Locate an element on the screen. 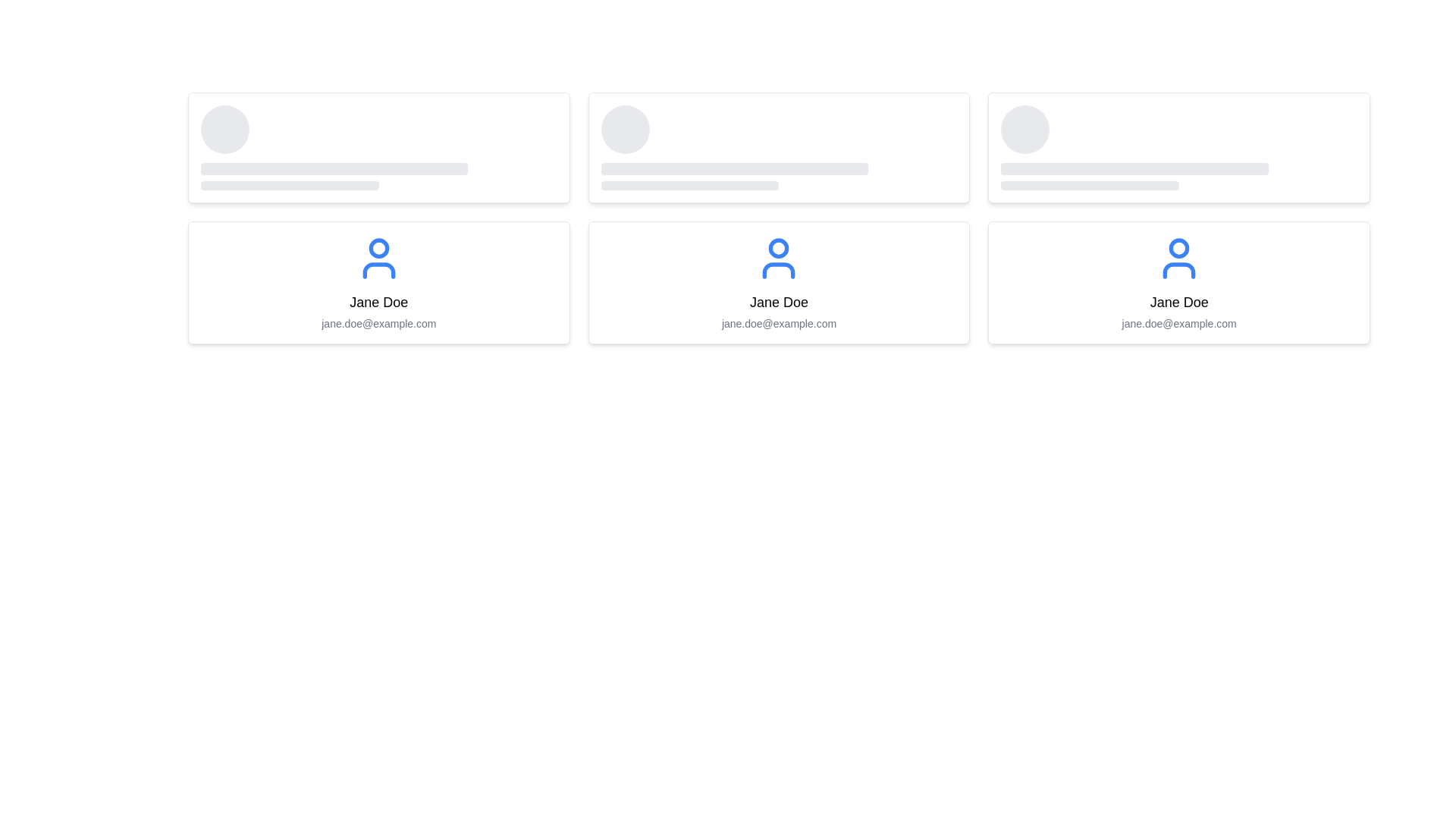  the User Profile Card that is centrally aligned on a white card with rounded corners and shadows, which is the third card from the left in a horizontally-aligned grid of four cards is located at coordinates (779, 283).